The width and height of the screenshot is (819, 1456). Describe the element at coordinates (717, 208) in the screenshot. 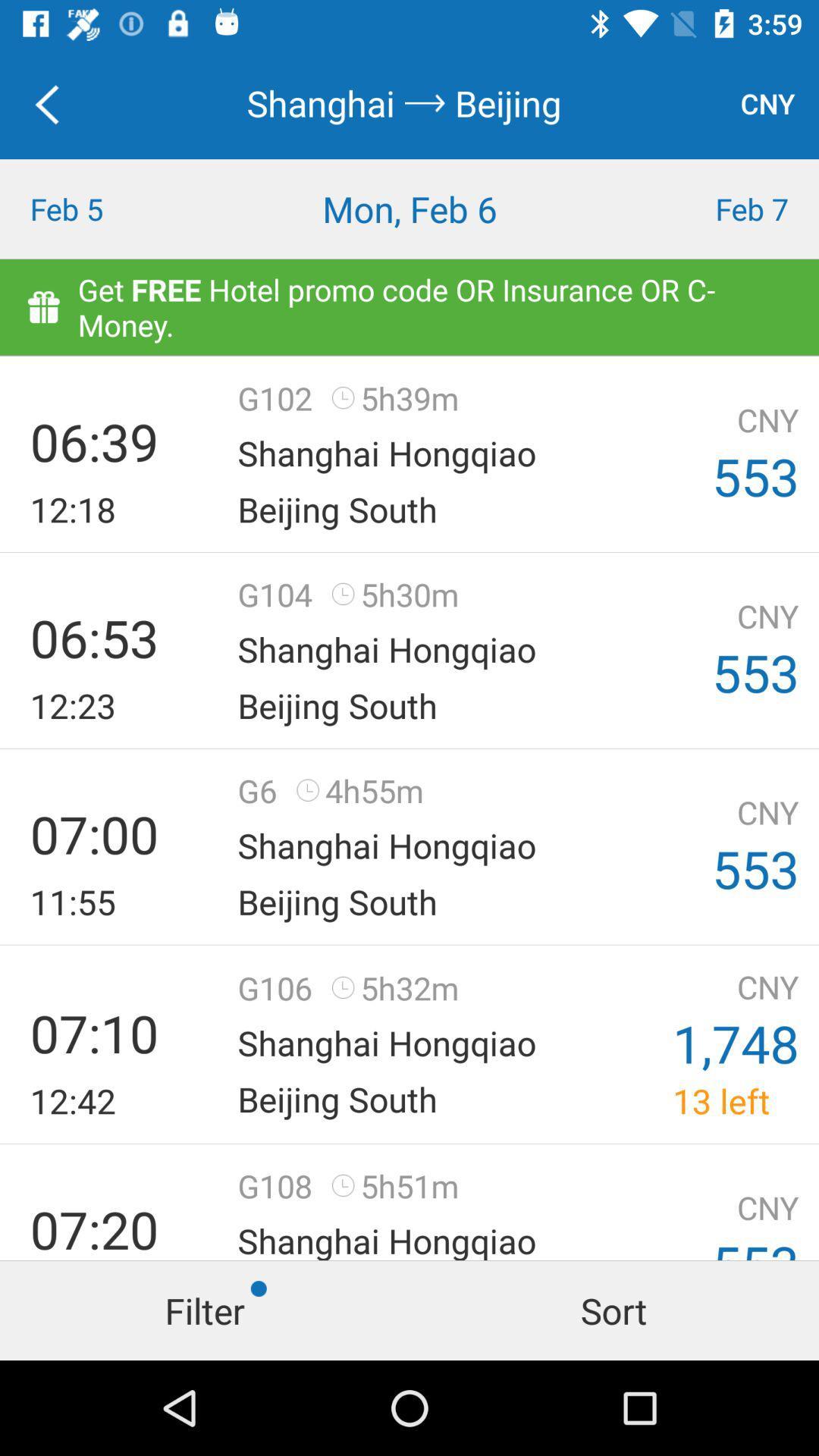

I see `the item below the cny icon` at that location.